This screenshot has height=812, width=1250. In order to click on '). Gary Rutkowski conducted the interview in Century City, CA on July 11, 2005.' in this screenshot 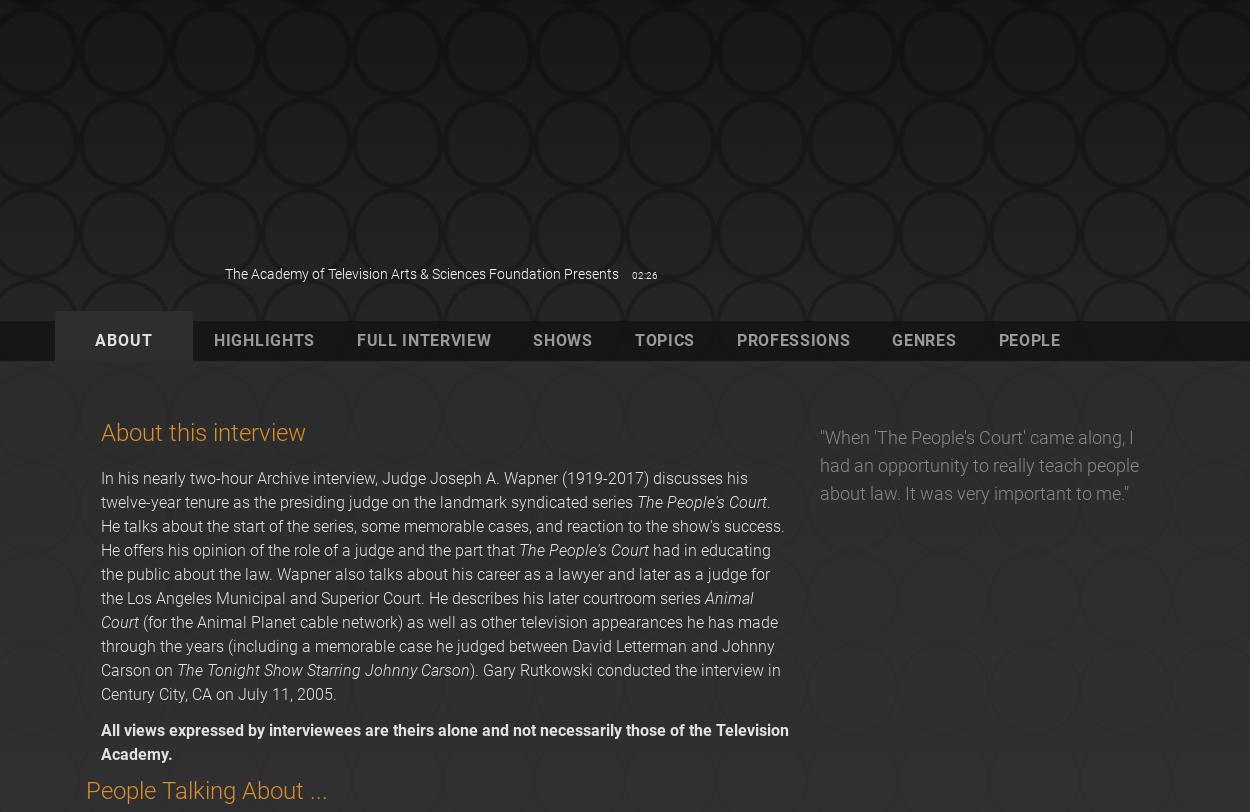, I will do `click(440, 682)`.